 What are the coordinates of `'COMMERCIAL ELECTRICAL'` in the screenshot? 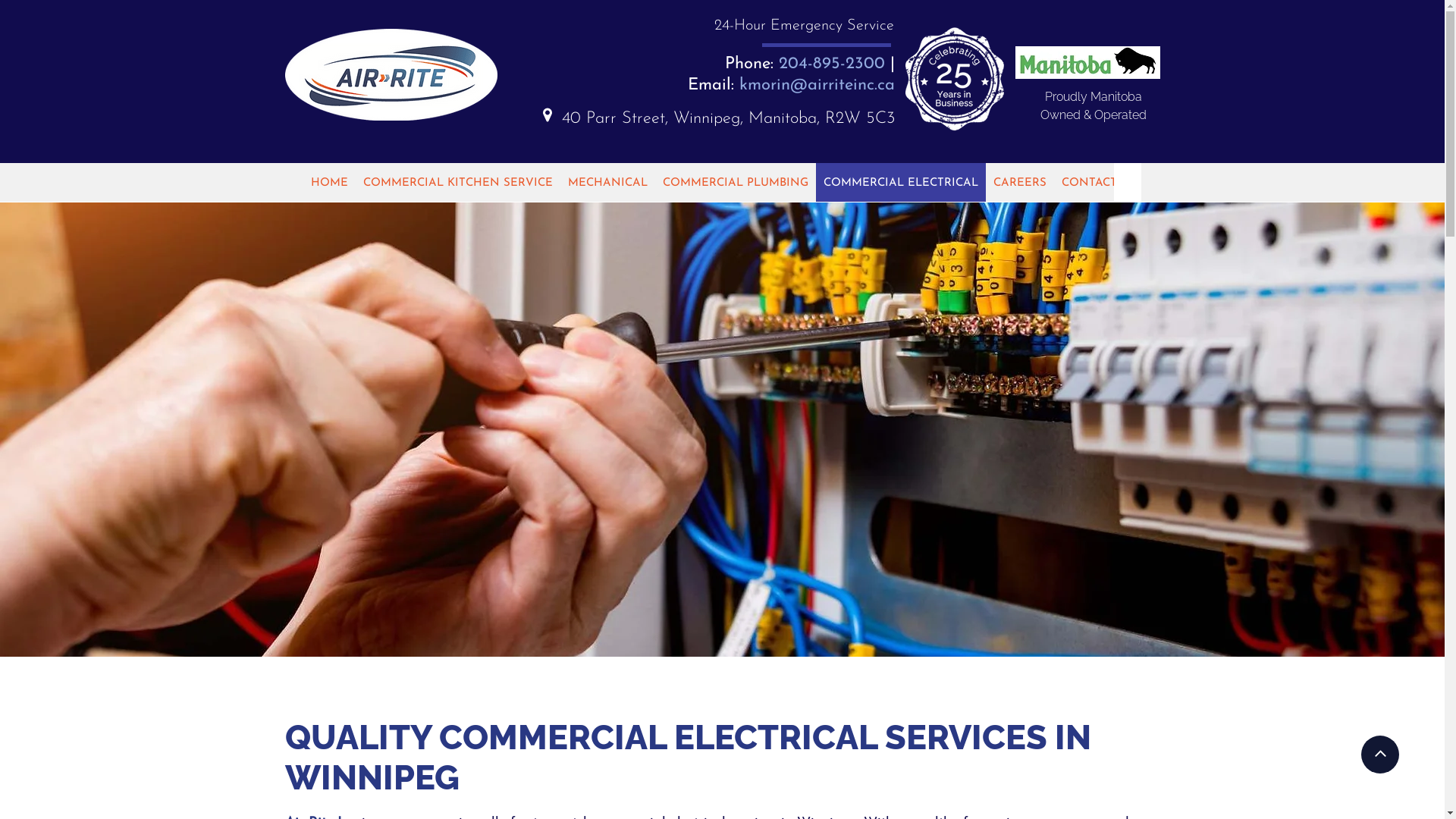 It's located at (901, 181).